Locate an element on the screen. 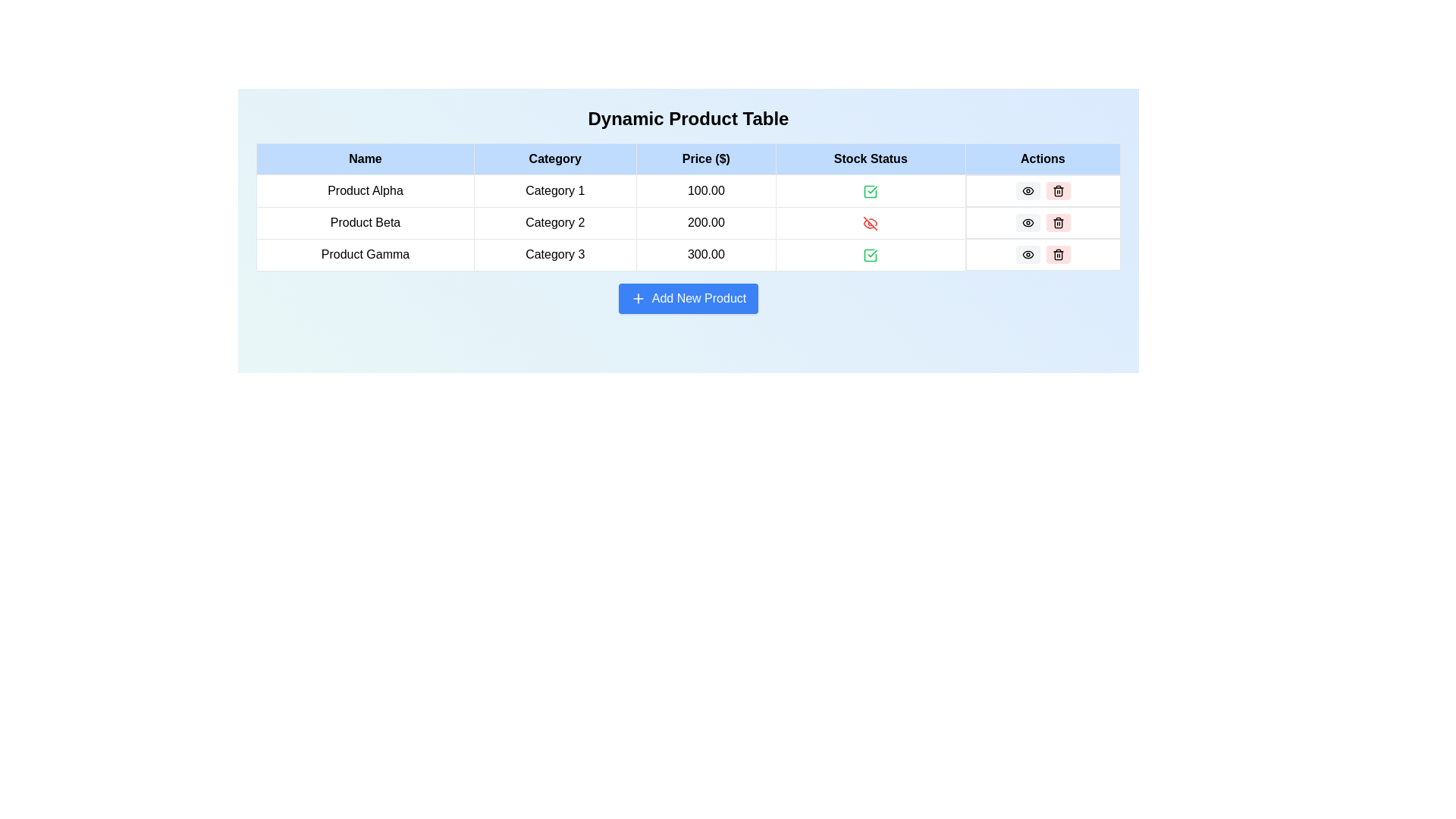 The width and height of the screenshot is (1456, 819). the 'Product Gamma' text label located in the first column of the third row of the table, which has a light-colored border and is aligned with similar elements under the 'Name' column is located at coordinates (365, 253).